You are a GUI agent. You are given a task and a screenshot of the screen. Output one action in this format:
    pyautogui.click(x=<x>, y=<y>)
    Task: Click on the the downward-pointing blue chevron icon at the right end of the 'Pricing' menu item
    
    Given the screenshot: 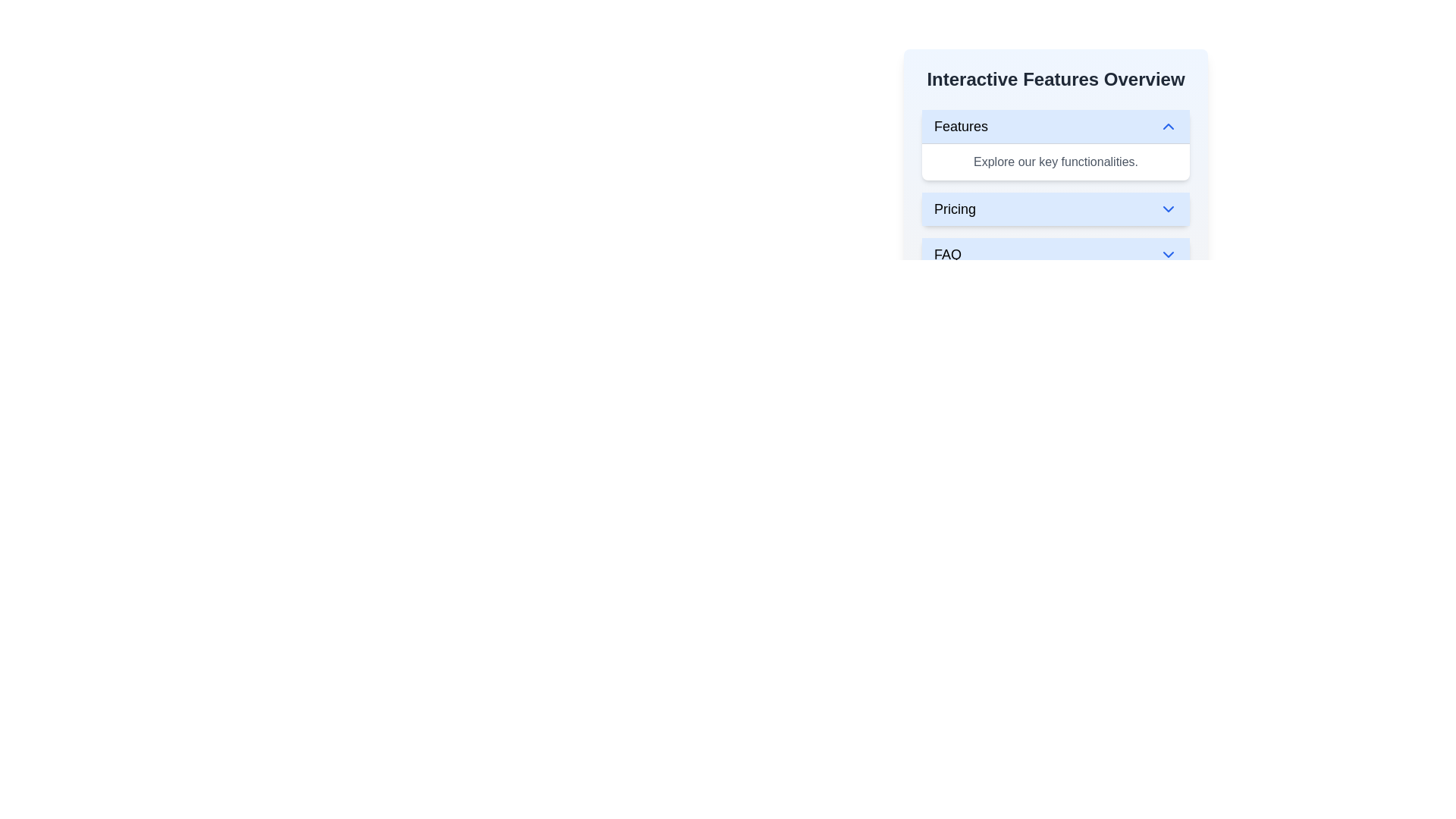 What is the action you would take?
    pyautogui.click(x=1167, y=209)
    